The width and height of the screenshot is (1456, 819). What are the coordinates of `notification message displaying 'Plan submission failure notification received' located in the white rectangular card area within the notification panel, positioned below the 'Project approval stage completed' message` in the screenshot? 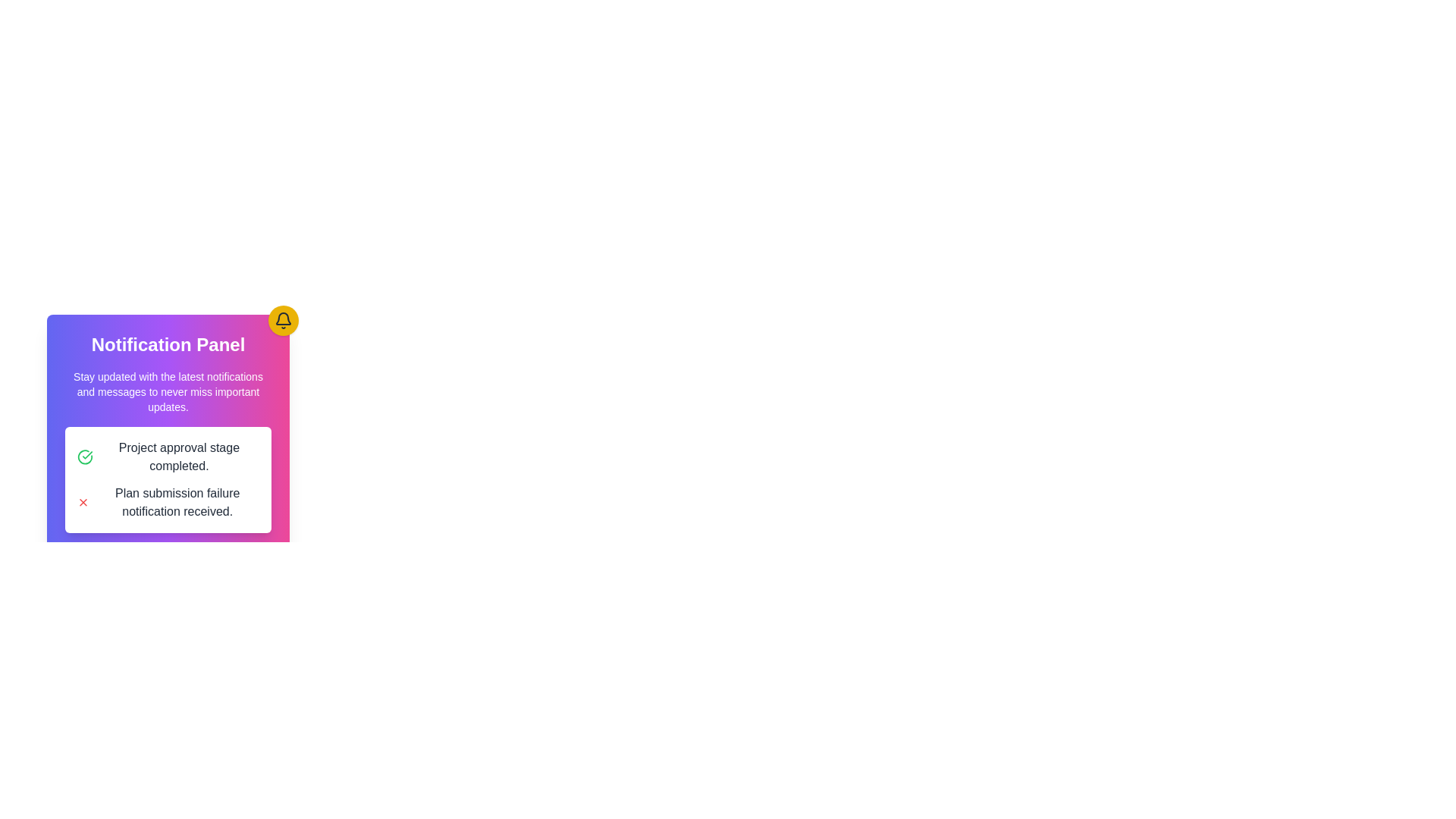 It's located at (168, 503).